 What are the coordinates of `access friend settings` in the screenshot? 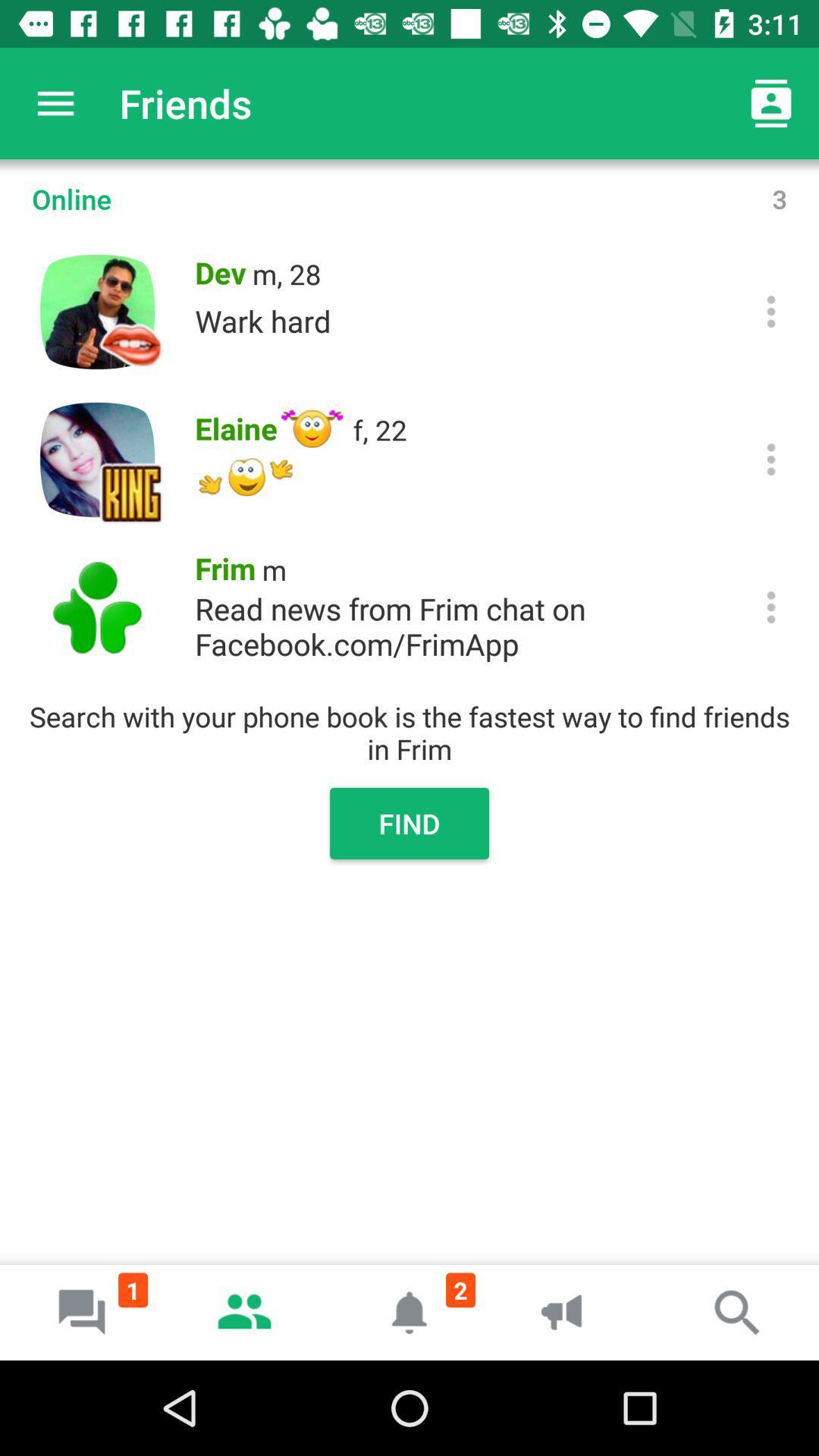 It's located at (771, 311).